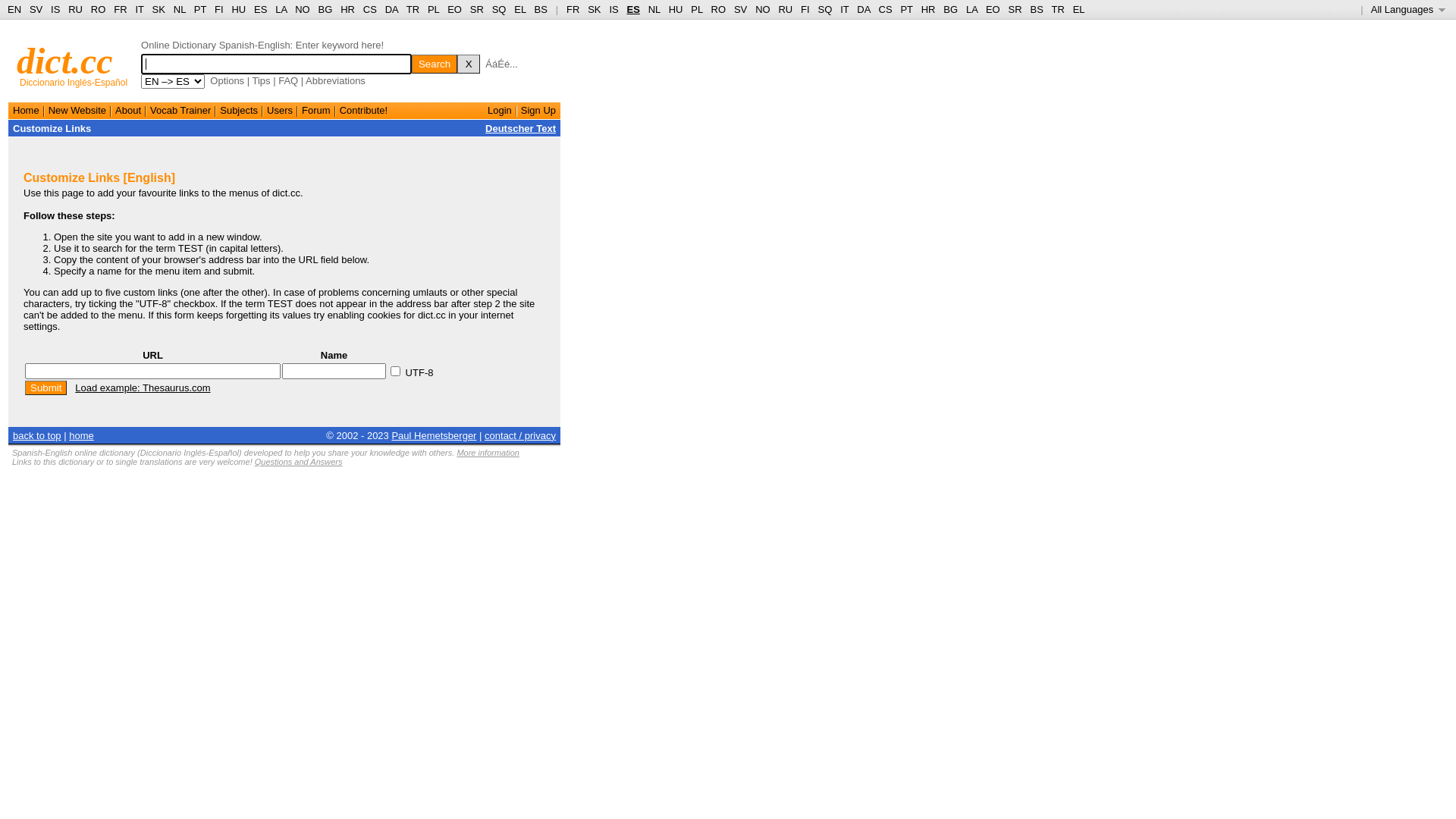  I want to click on 'NO', so click(755, 9).